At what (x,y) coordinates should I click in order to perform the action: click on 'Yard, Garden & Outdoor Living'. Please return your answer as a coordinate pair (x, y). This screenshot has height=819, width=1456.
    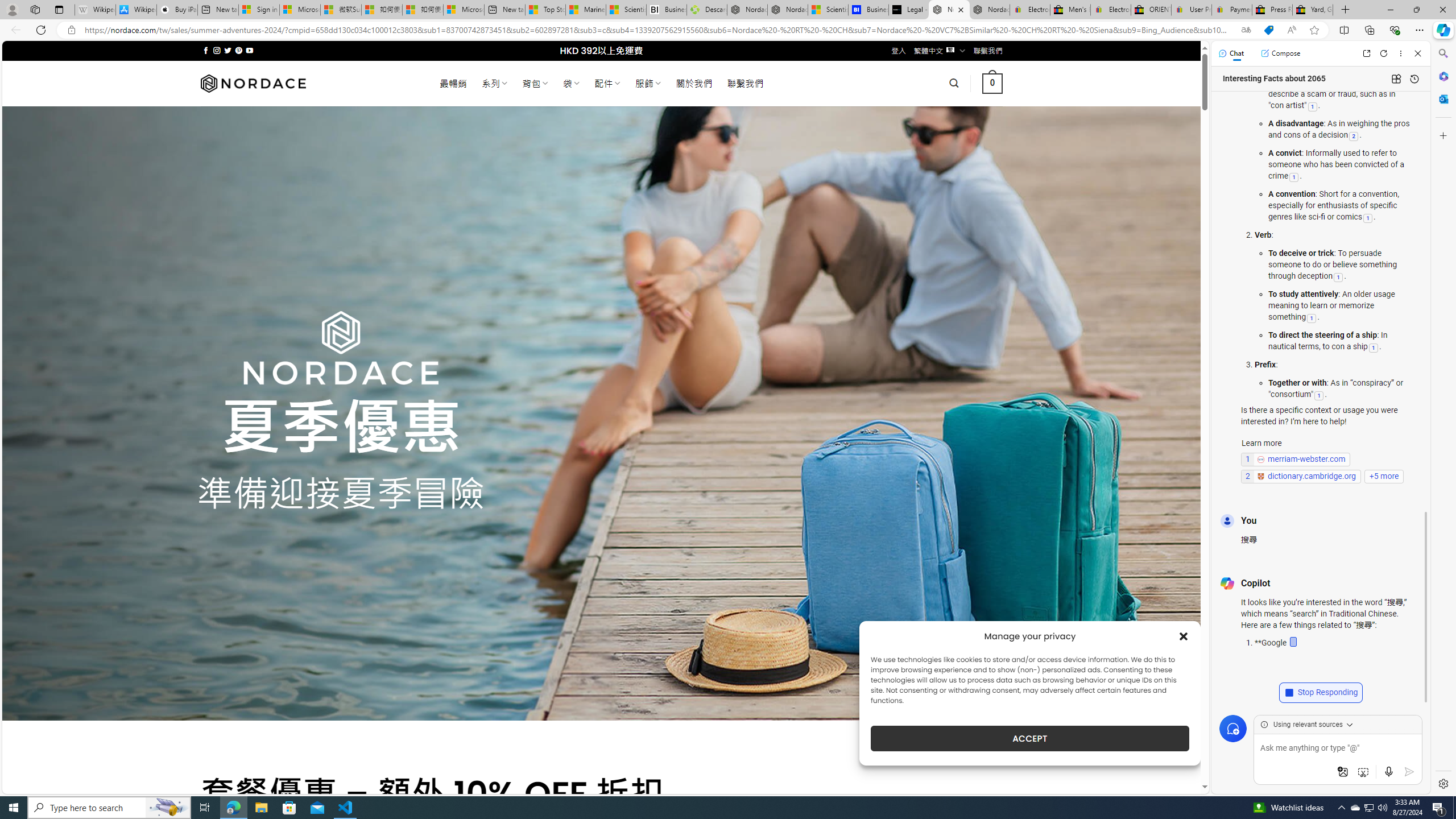
    Looking at the image, I should click on (1312, 9).